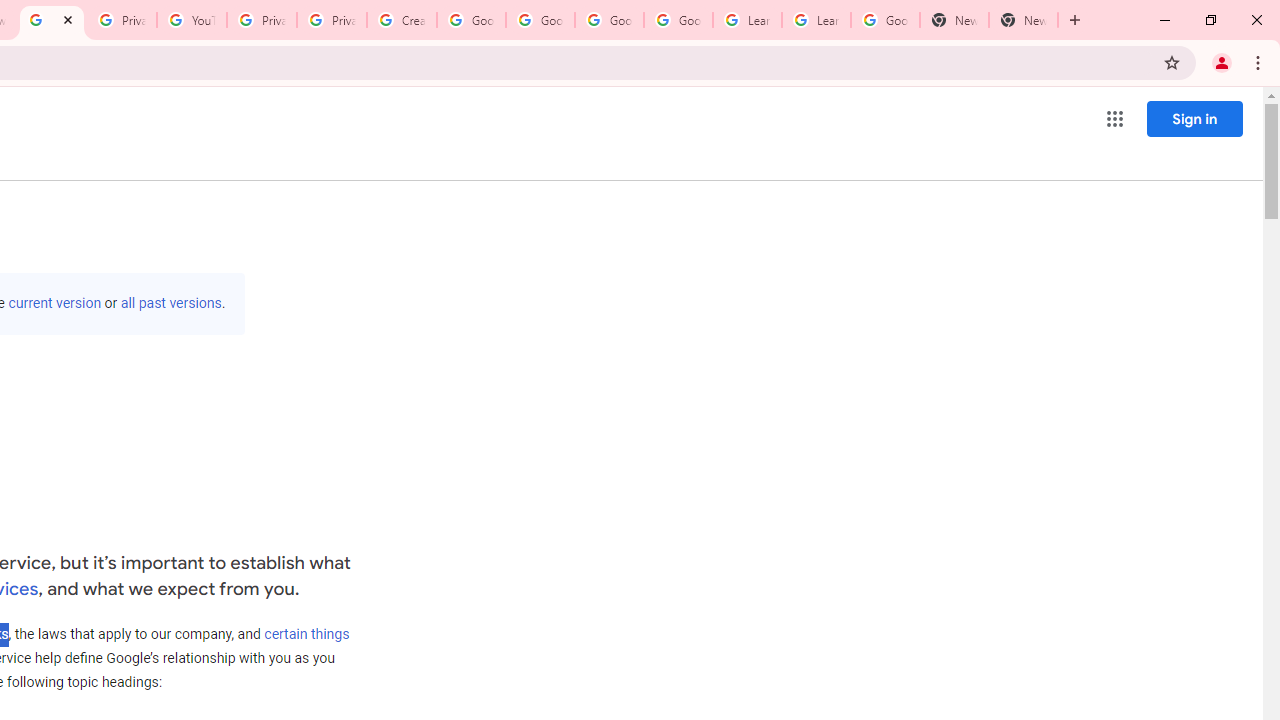 This screenshot has width=1280, height=720. Describe the element at coordinates (192, 20) in the screenshot. I see `'YouTube'` at that location.